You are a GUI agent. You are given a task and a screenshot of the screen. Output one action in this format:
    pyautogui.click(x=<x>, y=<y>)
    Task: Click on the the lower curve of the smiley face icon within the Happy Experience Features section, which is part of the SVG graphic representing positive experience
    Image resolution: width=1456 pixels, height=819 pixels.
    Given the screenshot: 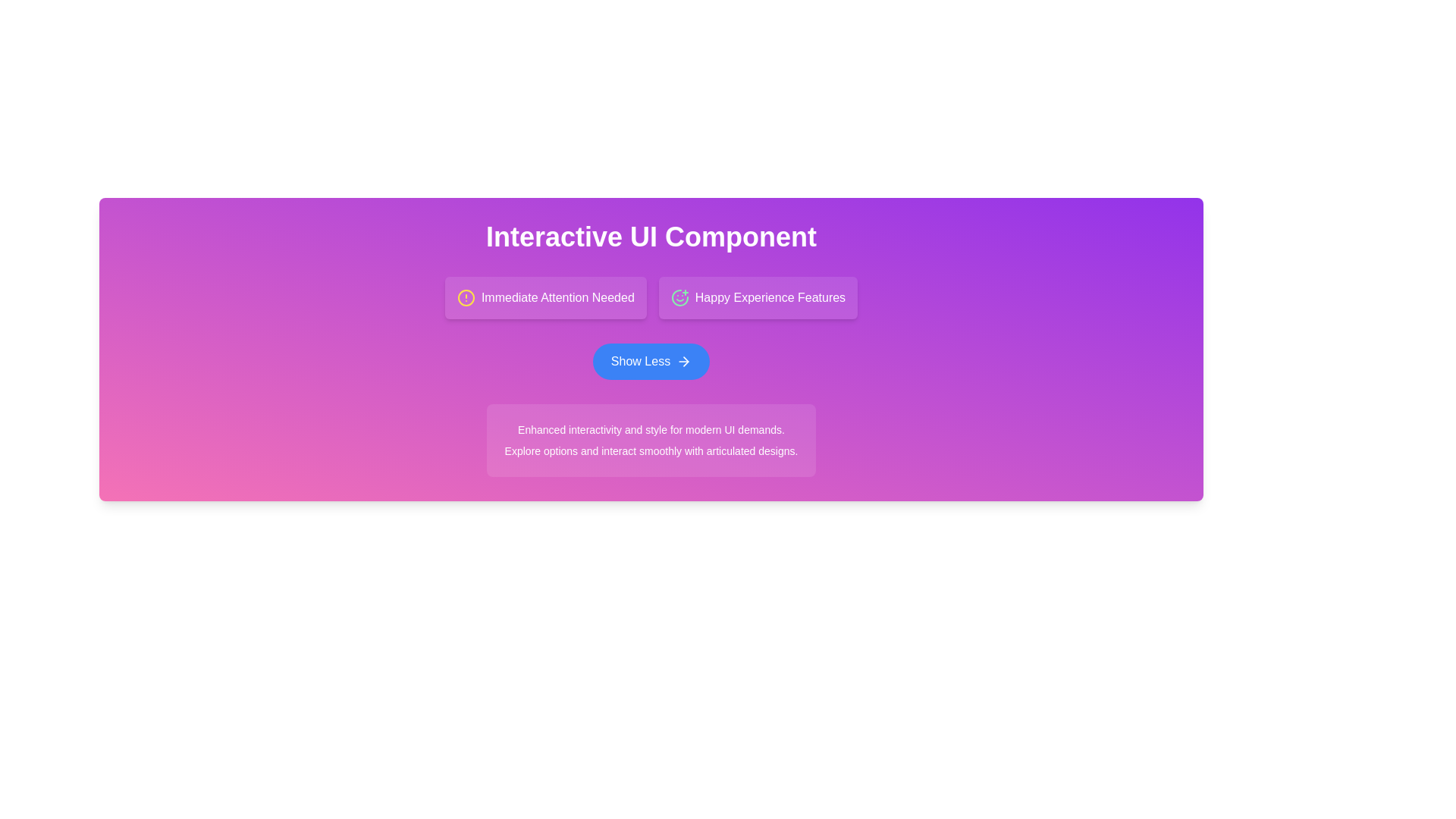 What is the action you would take?
    pyautogui.click(x=679, y=297)
    